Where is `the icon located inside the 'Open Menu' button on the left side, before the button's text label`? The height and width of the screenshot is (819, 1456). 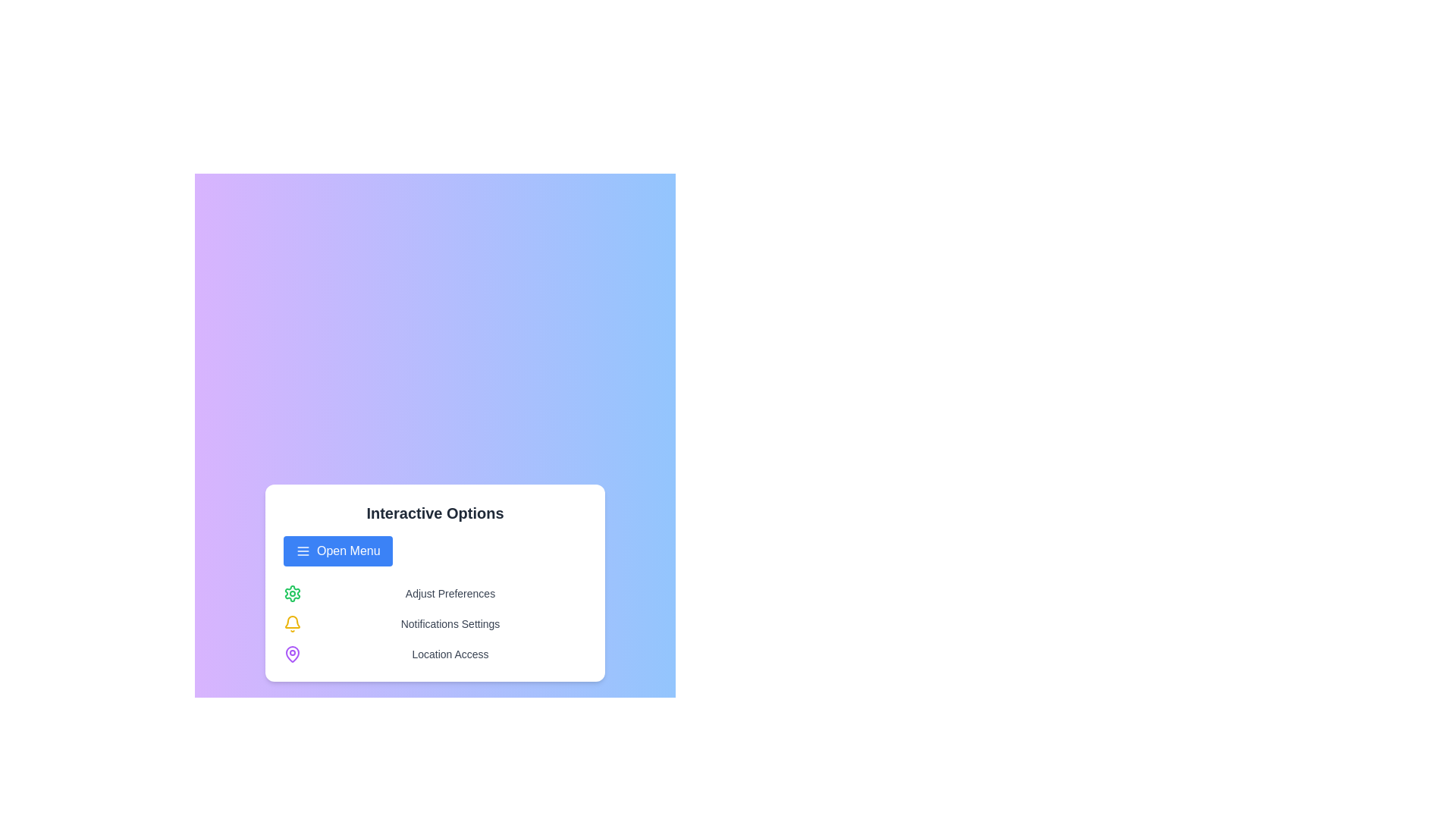 the icon located inside the 'Open Menu' button on the left side, before the button's text label is located at coordinates (303, 551).